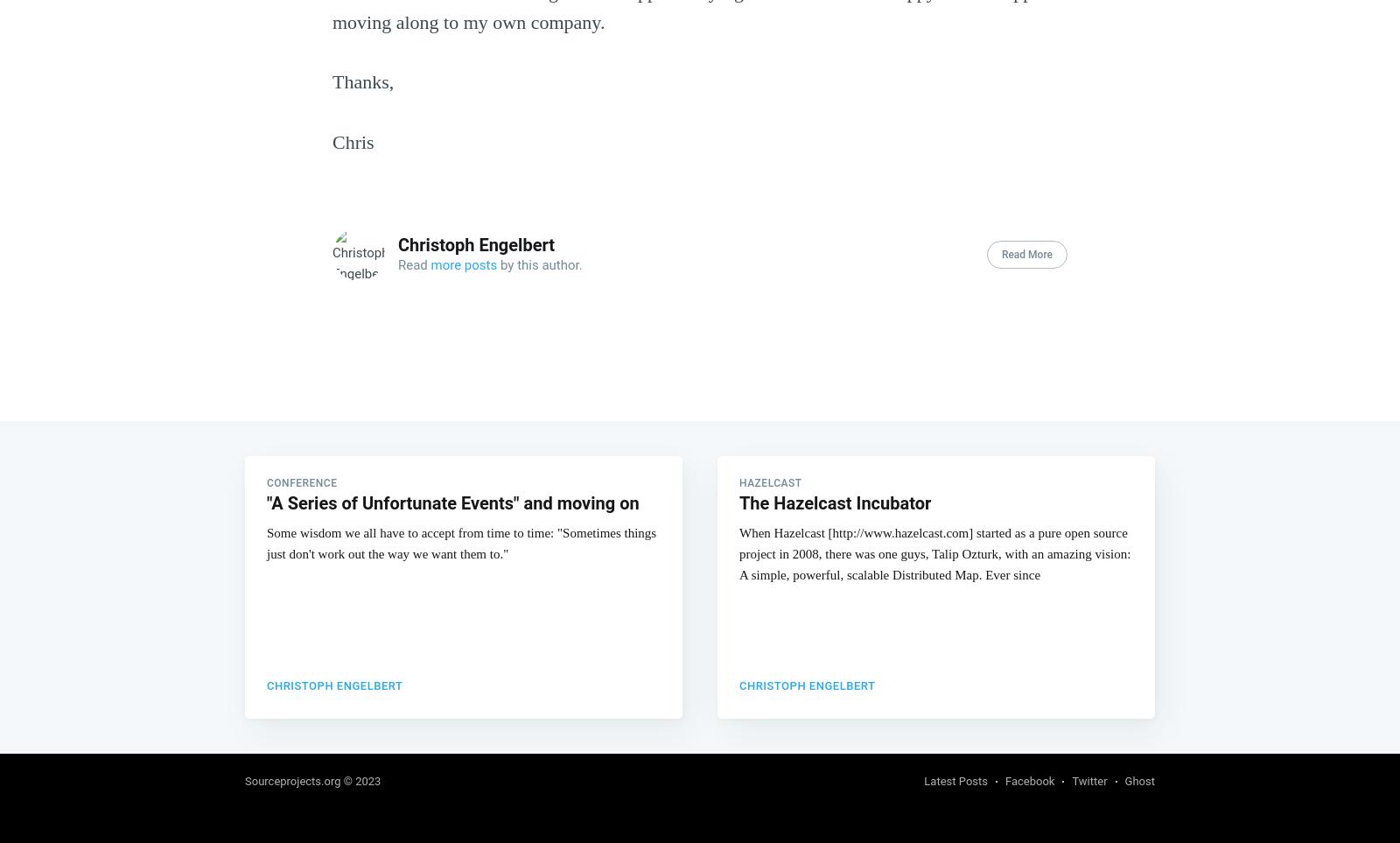  What do you see at coordinates (397, 263) in the screenshot?
I see `'Read'` at bounding box center [397, 263].